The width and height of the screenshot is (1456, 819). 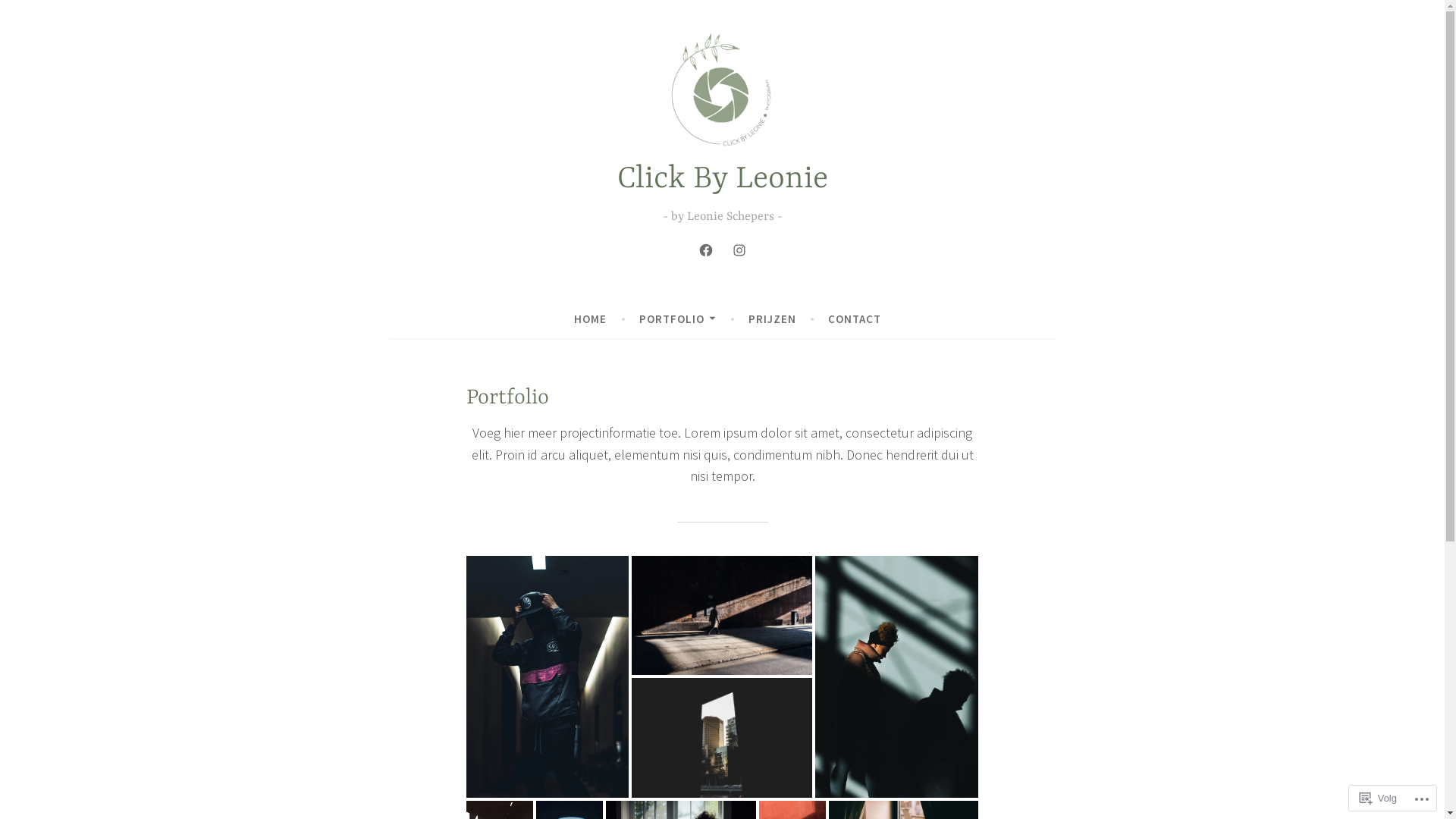 What do you see at coordinates (772, 318) in the screenshot?
I see `'PRIJZEN'` at bounding box center [772, 318].